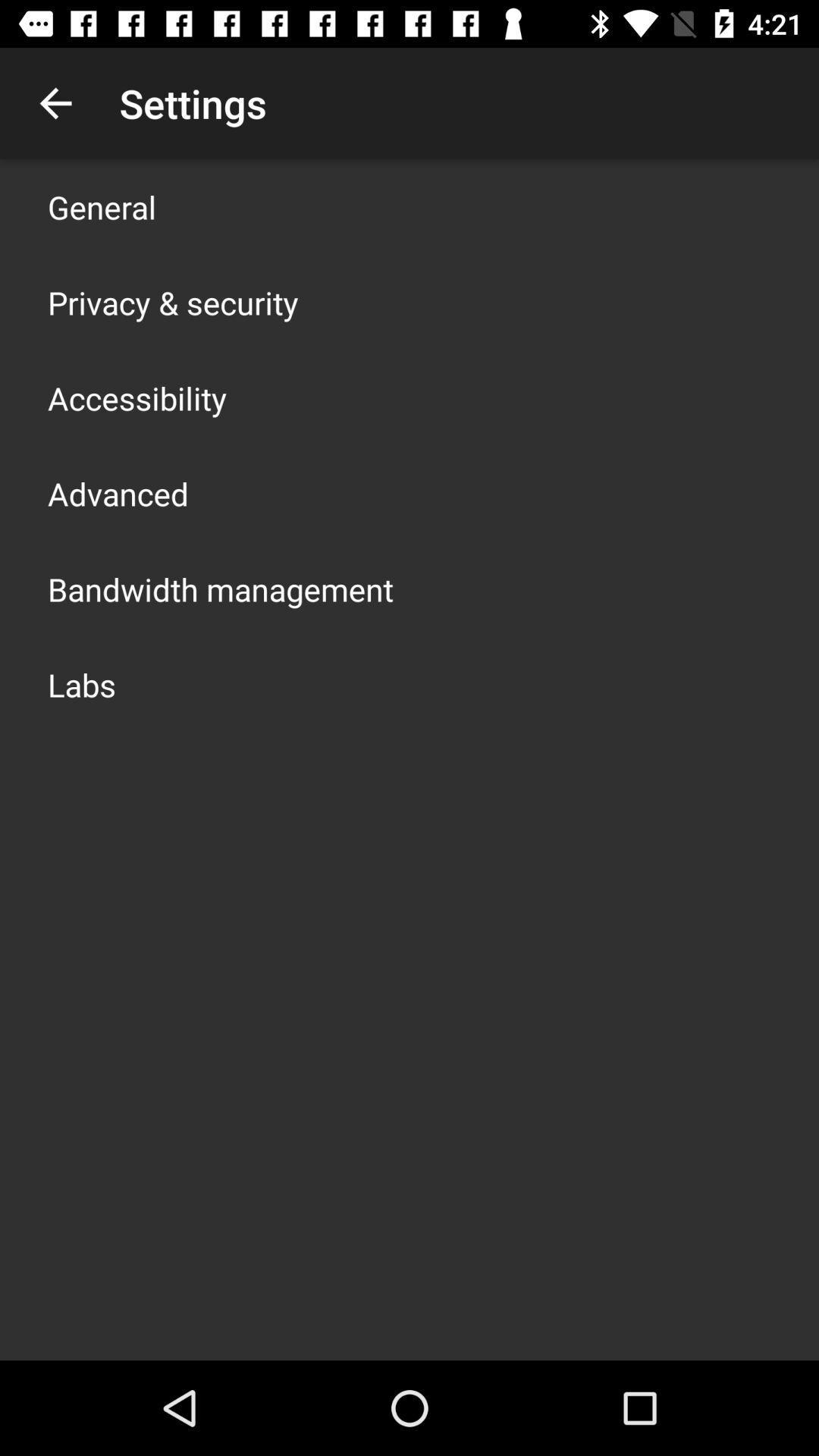 The image size is (819, 1456). I want to click on app above general icon, so click(55, 102).